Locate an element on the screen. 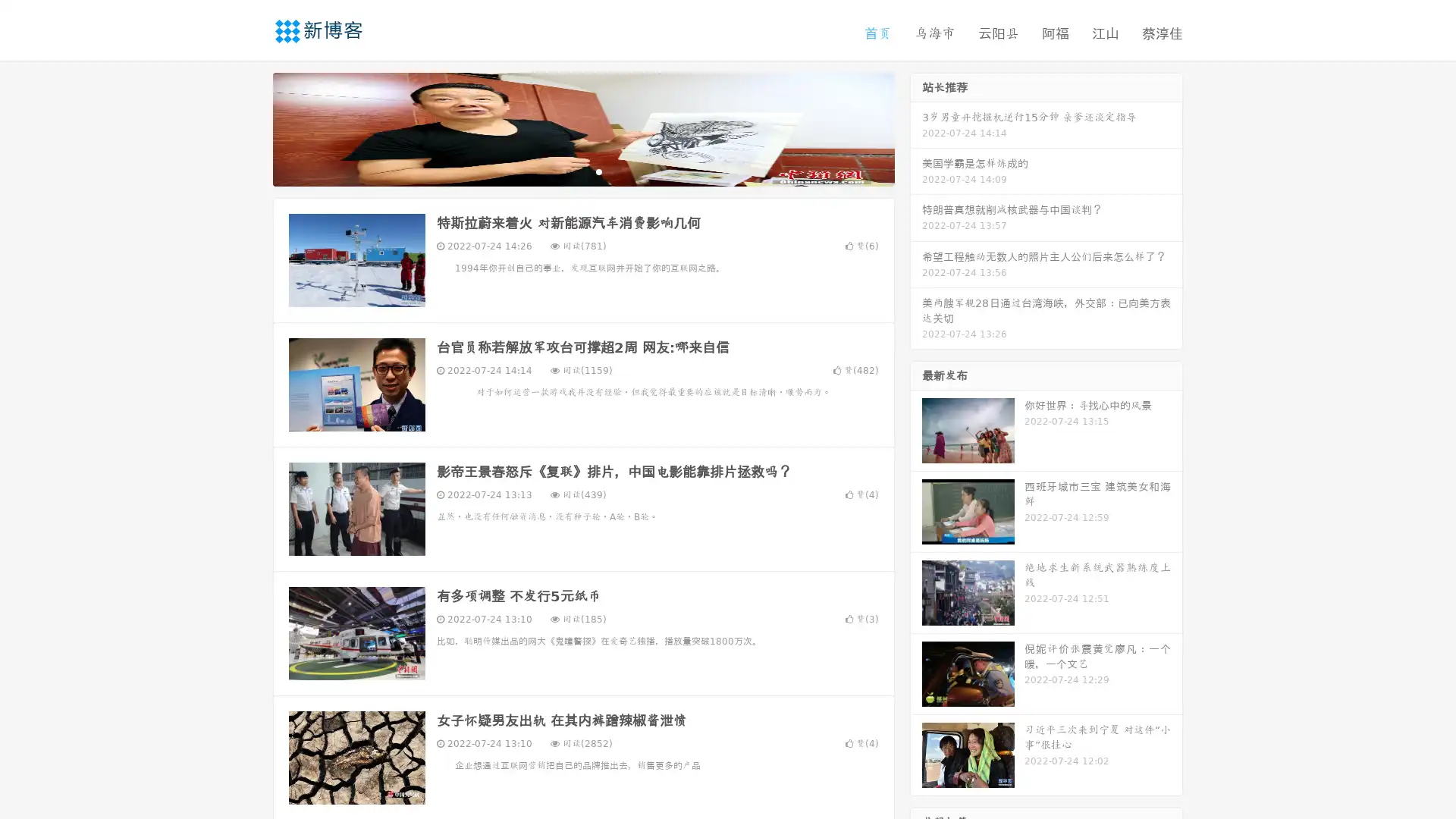 The height and width of the screenshot is (819, 1456). Next slide is located at coordinates (916, 127).